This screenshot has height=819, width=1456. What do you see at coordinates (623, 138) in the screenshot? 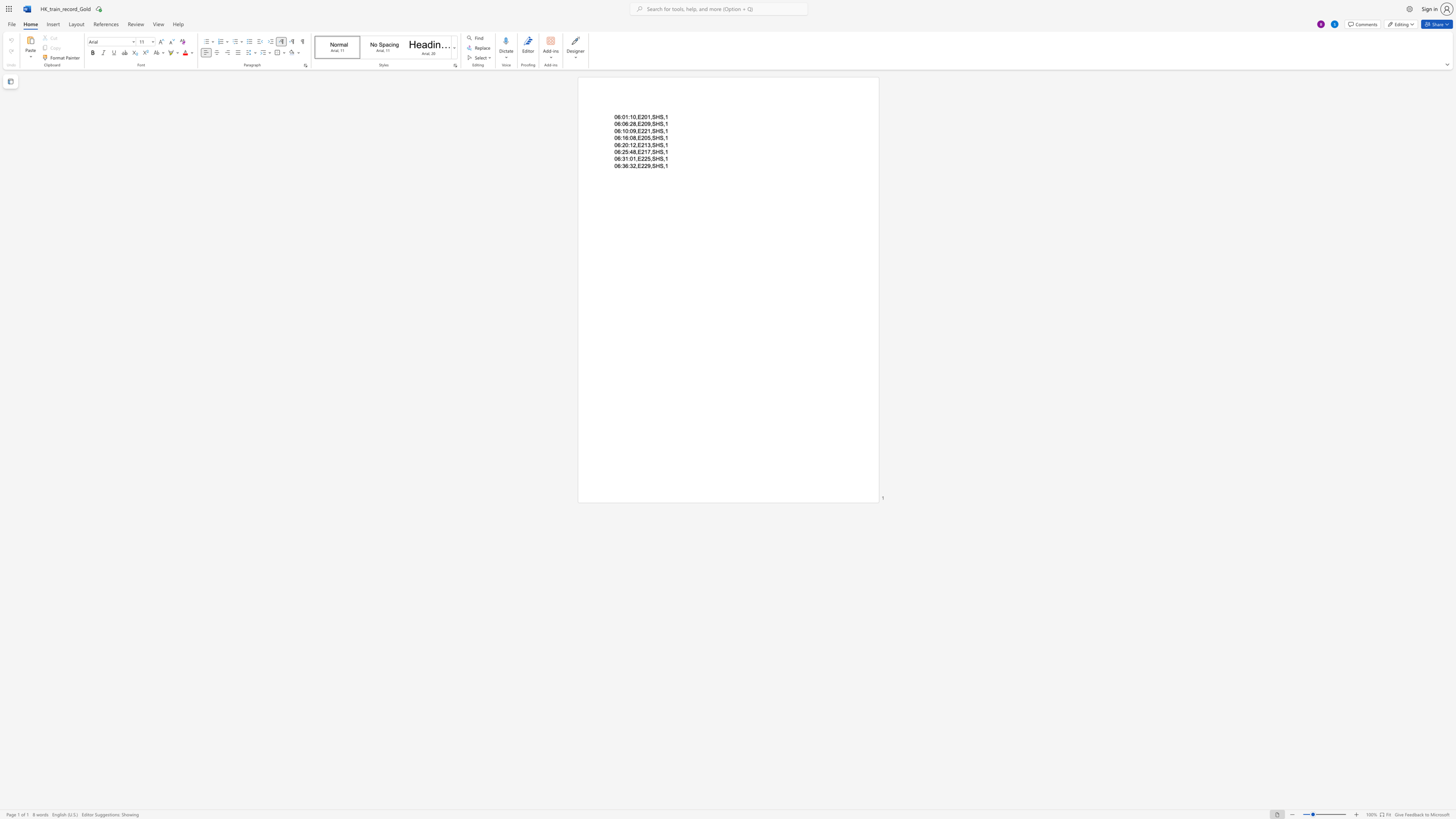
I see `the 1th character "1" in the text` at bounding box center [623, 138].